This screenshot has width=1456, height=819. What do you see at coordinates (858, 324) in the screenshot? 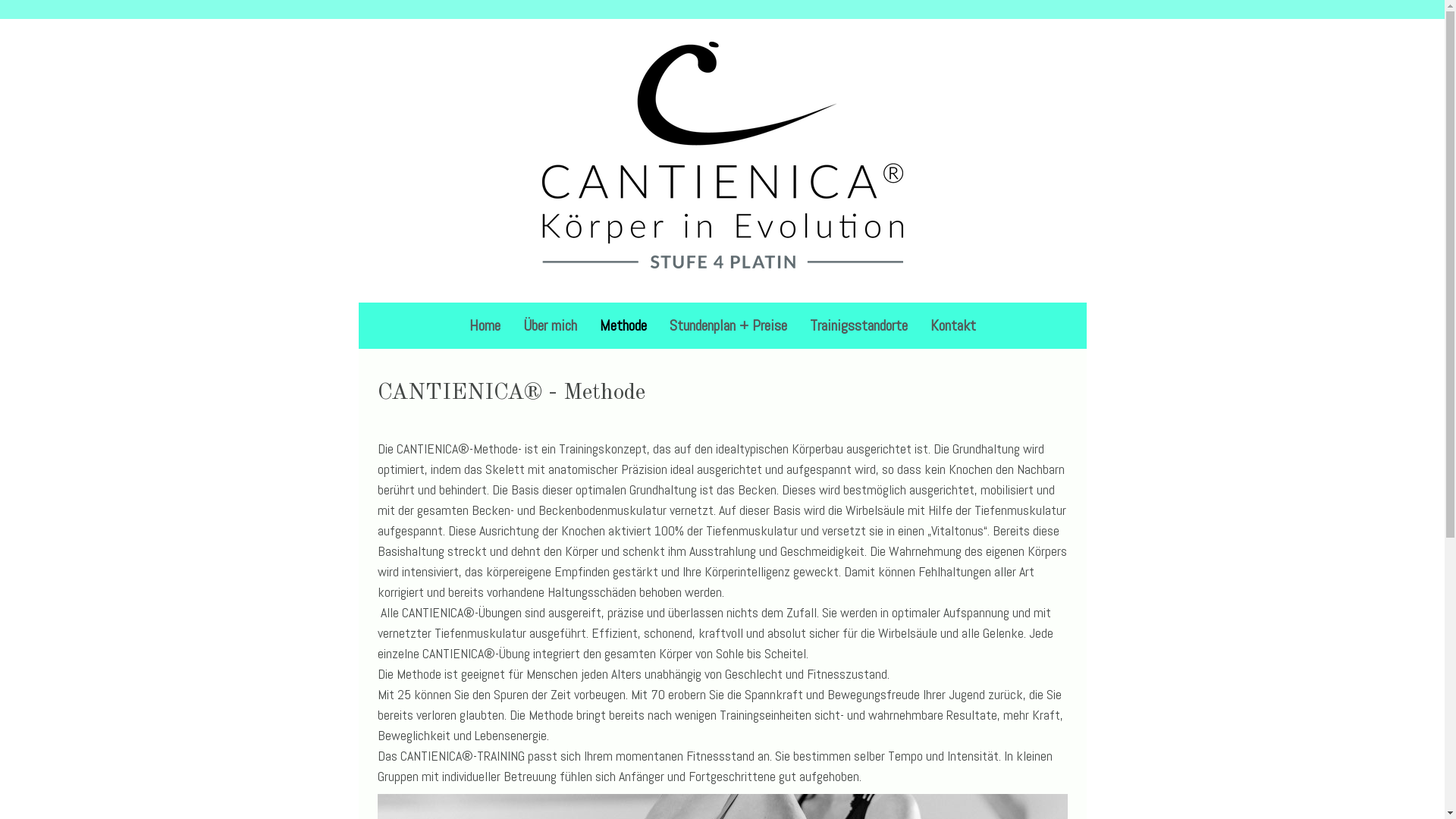
I see `'Trainigsstandorte'` at bounding box center [858, 324].